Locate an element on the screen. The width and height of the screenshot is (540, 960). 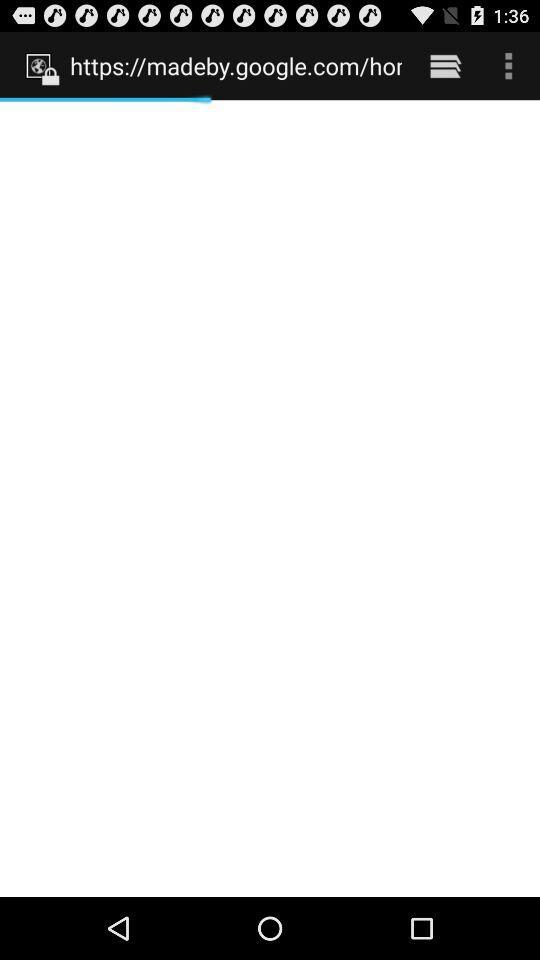
item to the right of https madeby google item is located at coordinates (445, 65).